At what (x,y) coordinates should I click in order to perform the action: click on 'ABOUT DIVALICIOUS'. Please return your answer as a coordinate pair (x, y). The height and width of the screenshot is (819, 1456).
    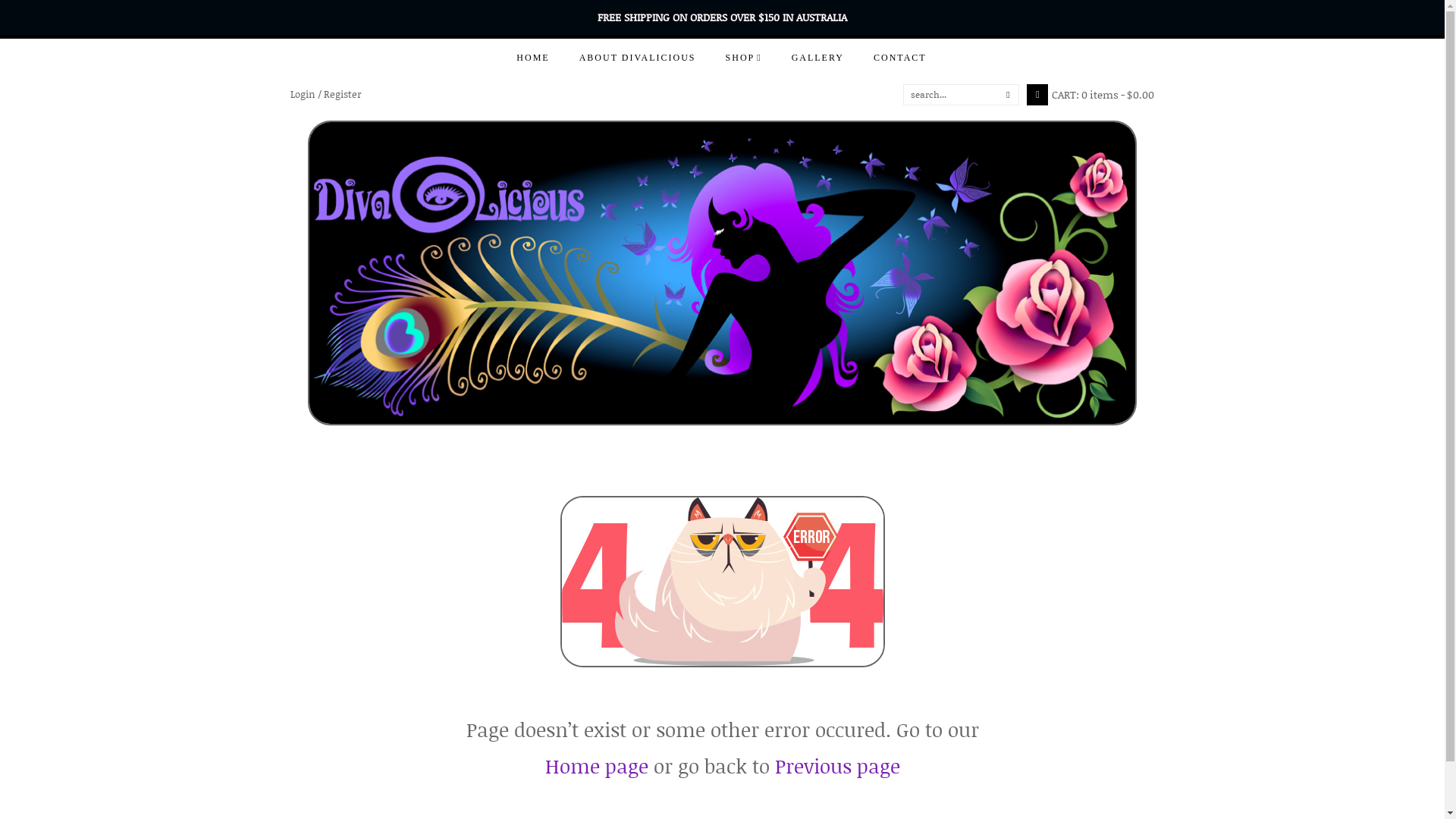
    Looking at the image, I should click on (637, 57).